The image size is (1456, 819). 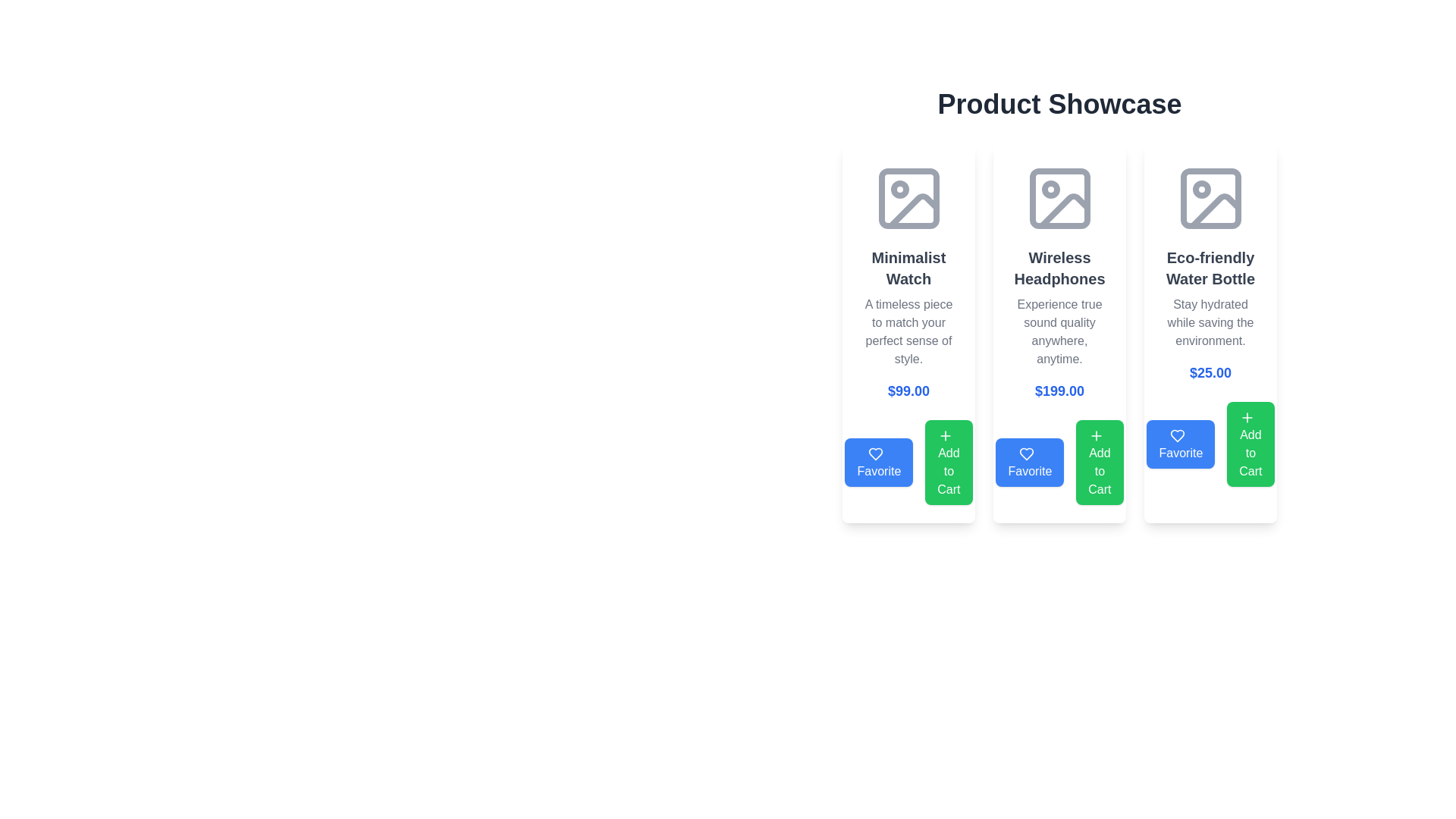 I want to click on the placeholder image icon for the 'Eco-friendly Water Bottle' card, which is located at the top of the card, above the product title, so click(x=1210, y=198).